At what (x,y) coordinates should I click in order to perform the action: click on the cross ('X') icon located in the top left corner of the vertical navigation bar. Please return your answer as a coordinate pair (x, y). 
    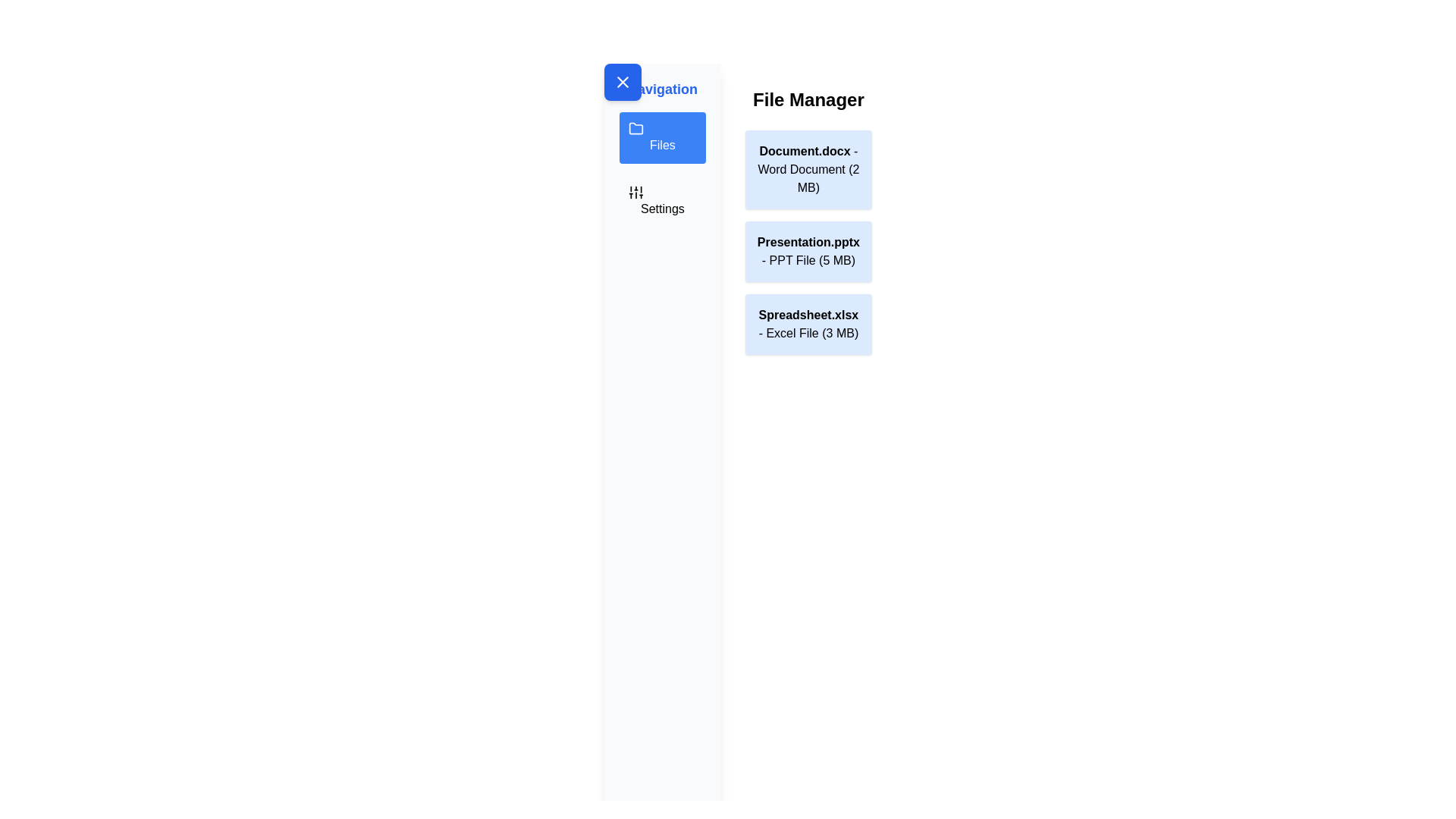
    Looking at the image, I should click on (623, 82).